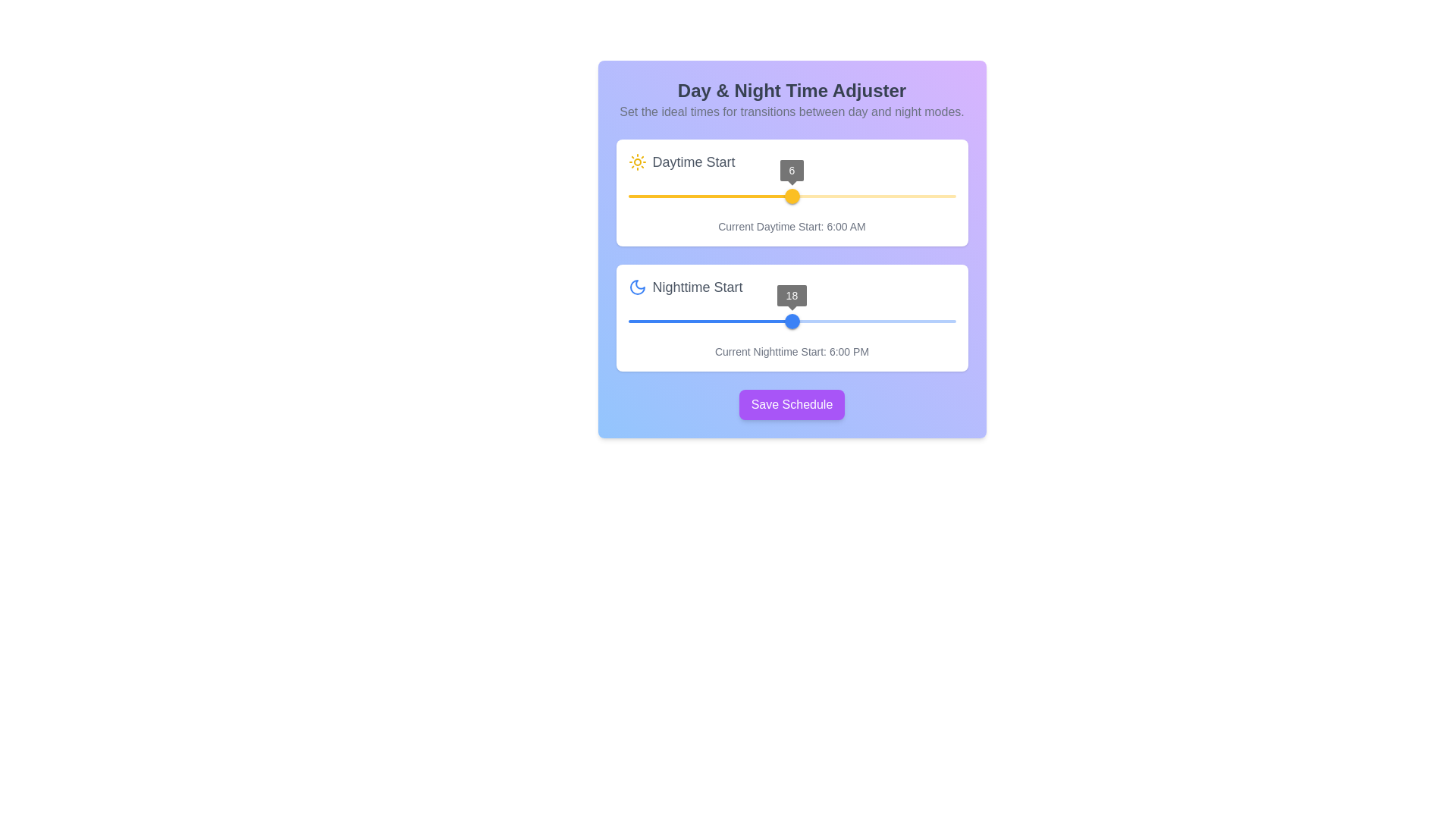 Image resolution: width=1456 pixels, height=819 pixels. What do you see at coordinates (791, 162) in the screenshot?
I see `the 'Daytime Start' label` at bounding box center [791, 162].